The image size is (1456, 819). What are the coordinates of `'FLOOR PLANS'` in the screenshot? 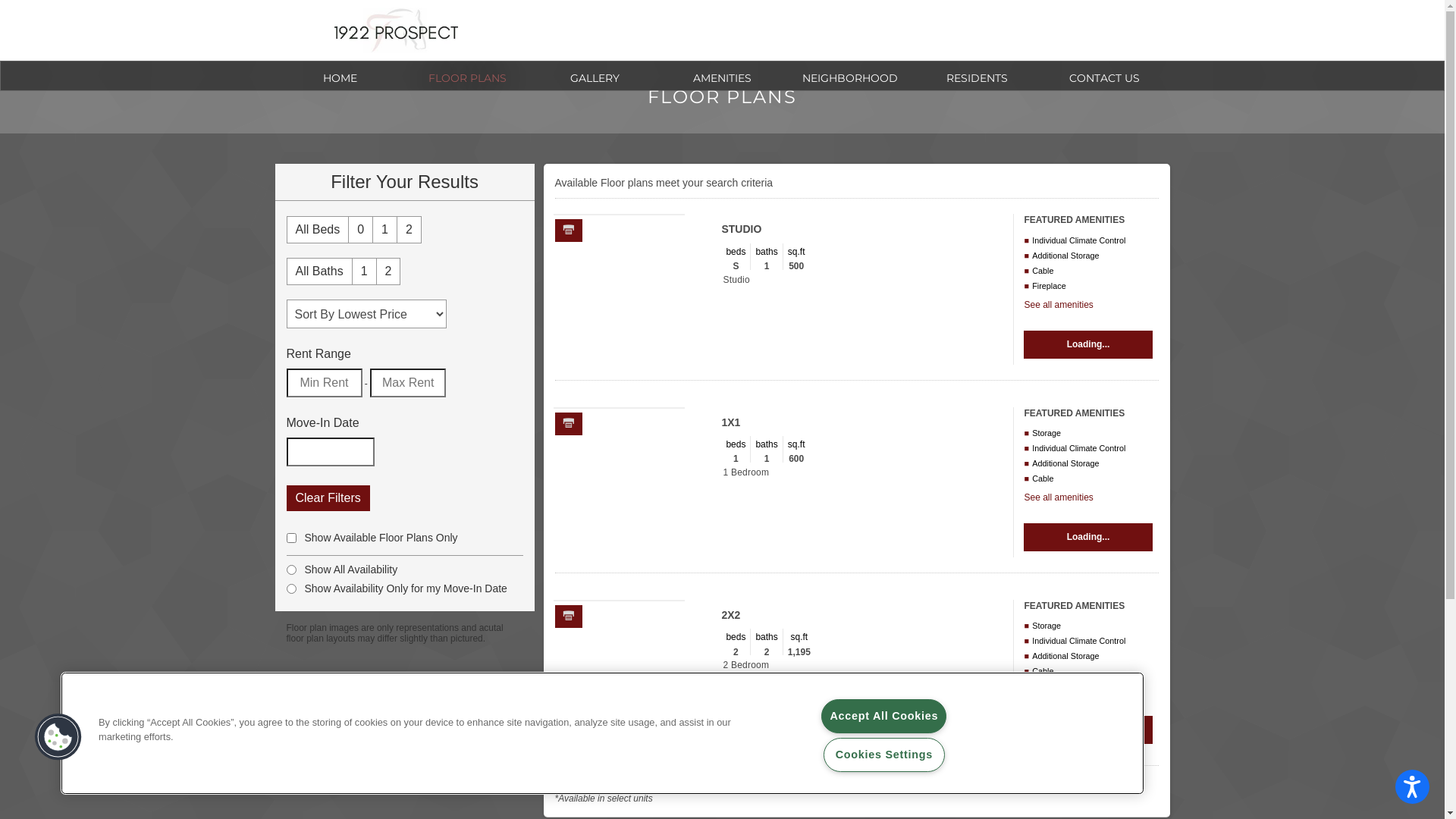 It's located at (403, 76).